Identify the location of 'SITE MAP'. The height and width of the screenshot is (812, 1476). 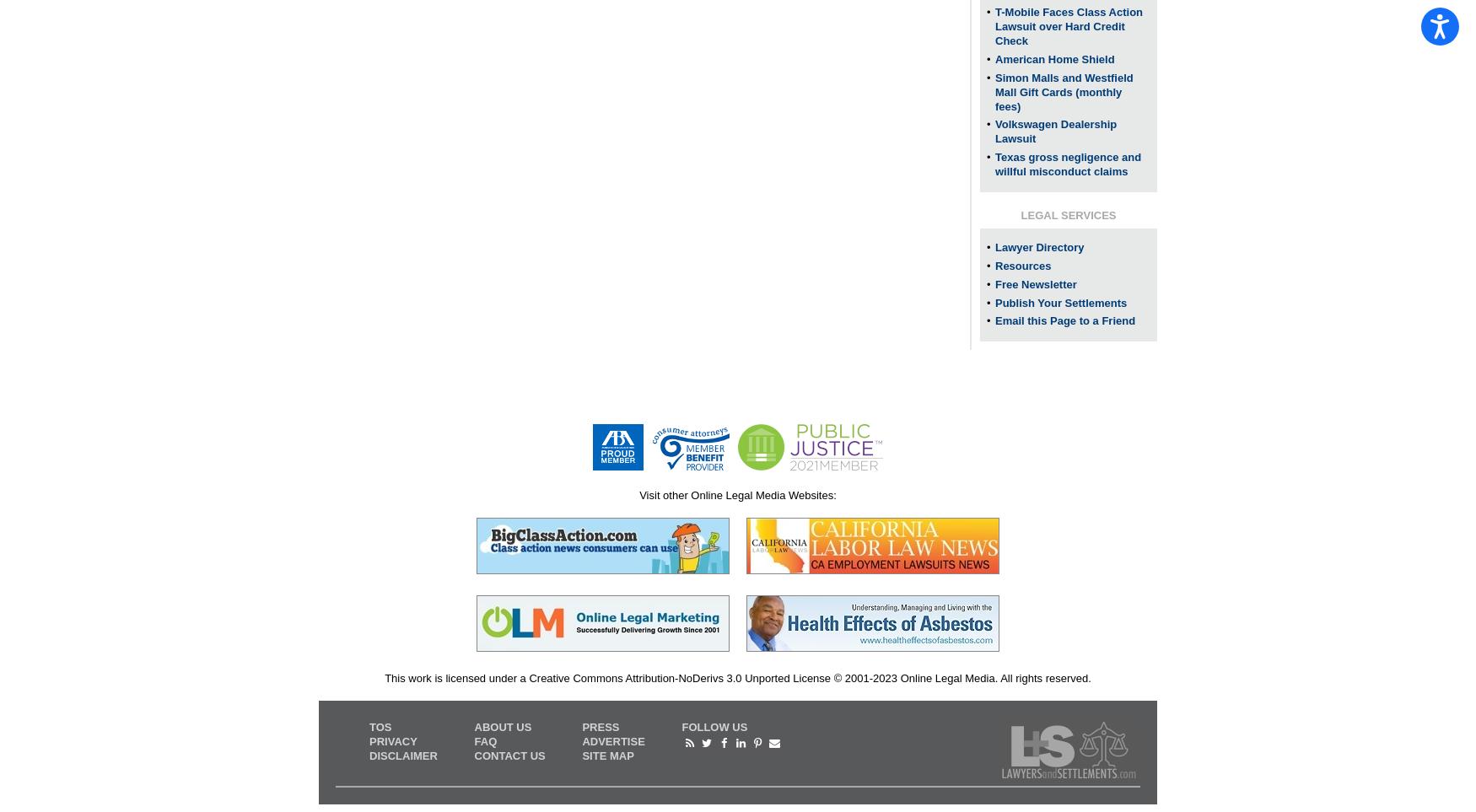
(607, 754).